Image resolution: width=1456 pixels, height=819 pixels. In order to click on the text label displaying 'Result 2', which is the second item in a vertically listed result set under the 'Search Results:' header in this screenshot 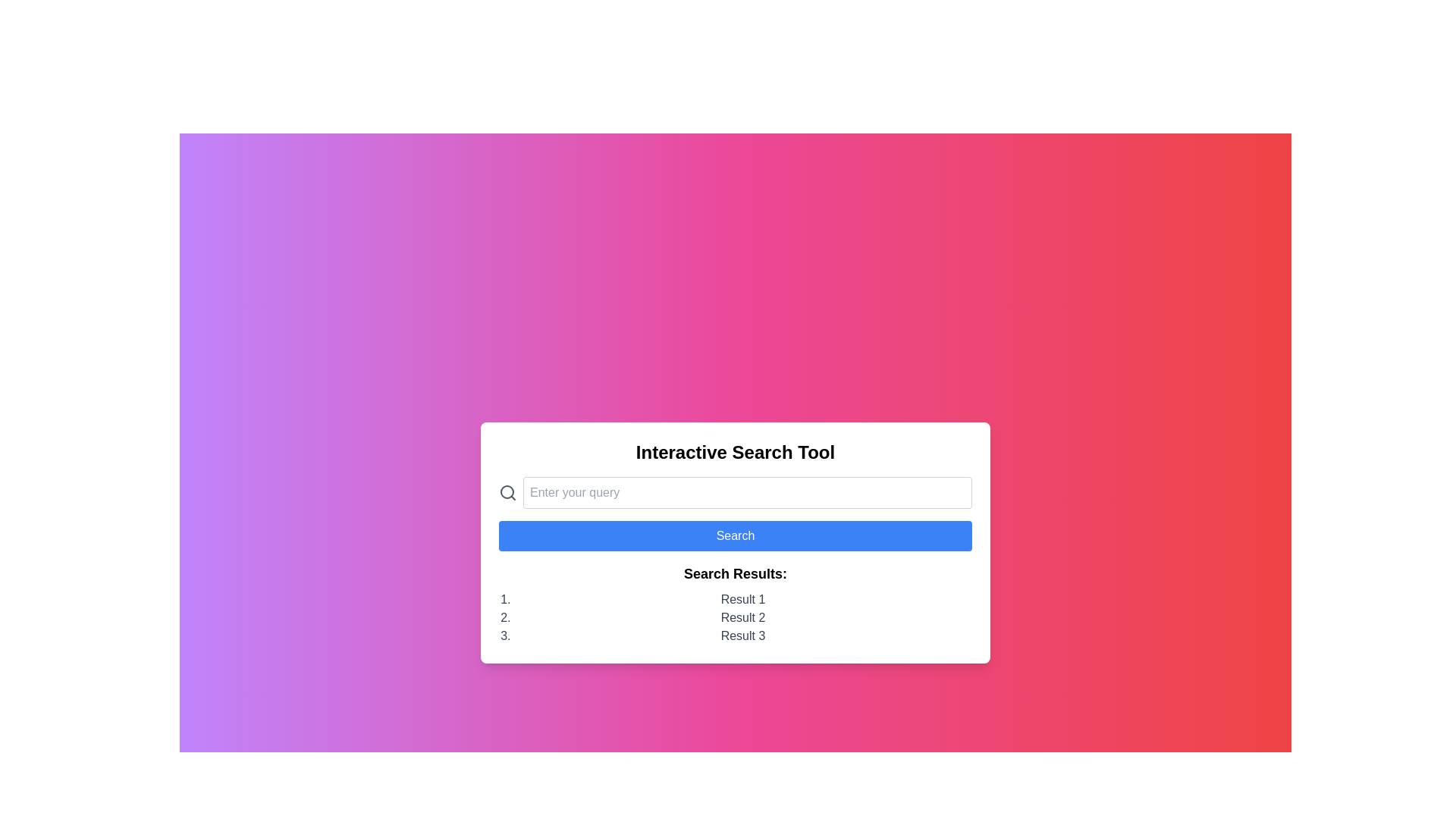, I will do `click(742, 617)`.